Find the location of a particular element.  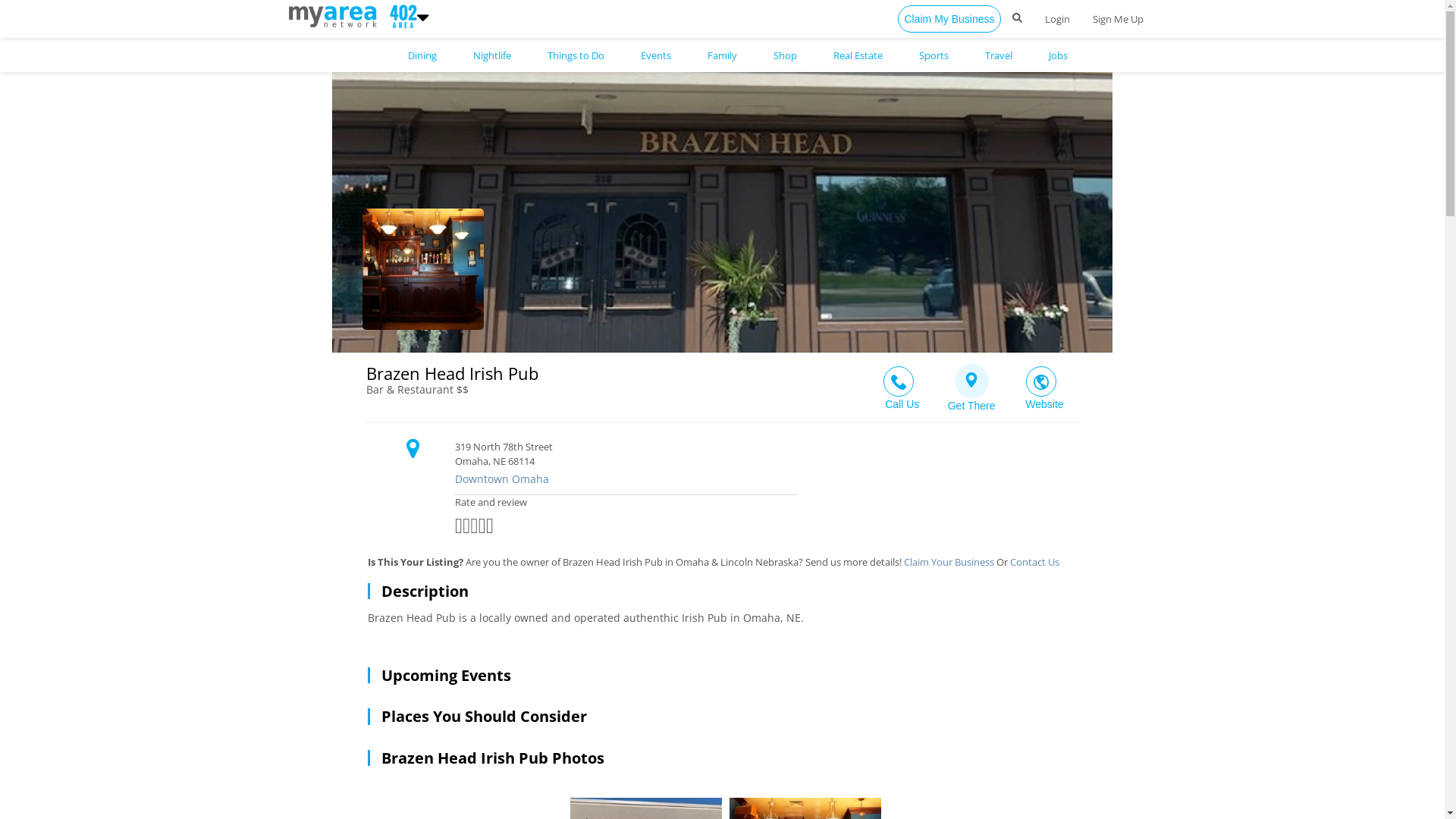

'Contact Us' is located at coordinates (1034, 561).